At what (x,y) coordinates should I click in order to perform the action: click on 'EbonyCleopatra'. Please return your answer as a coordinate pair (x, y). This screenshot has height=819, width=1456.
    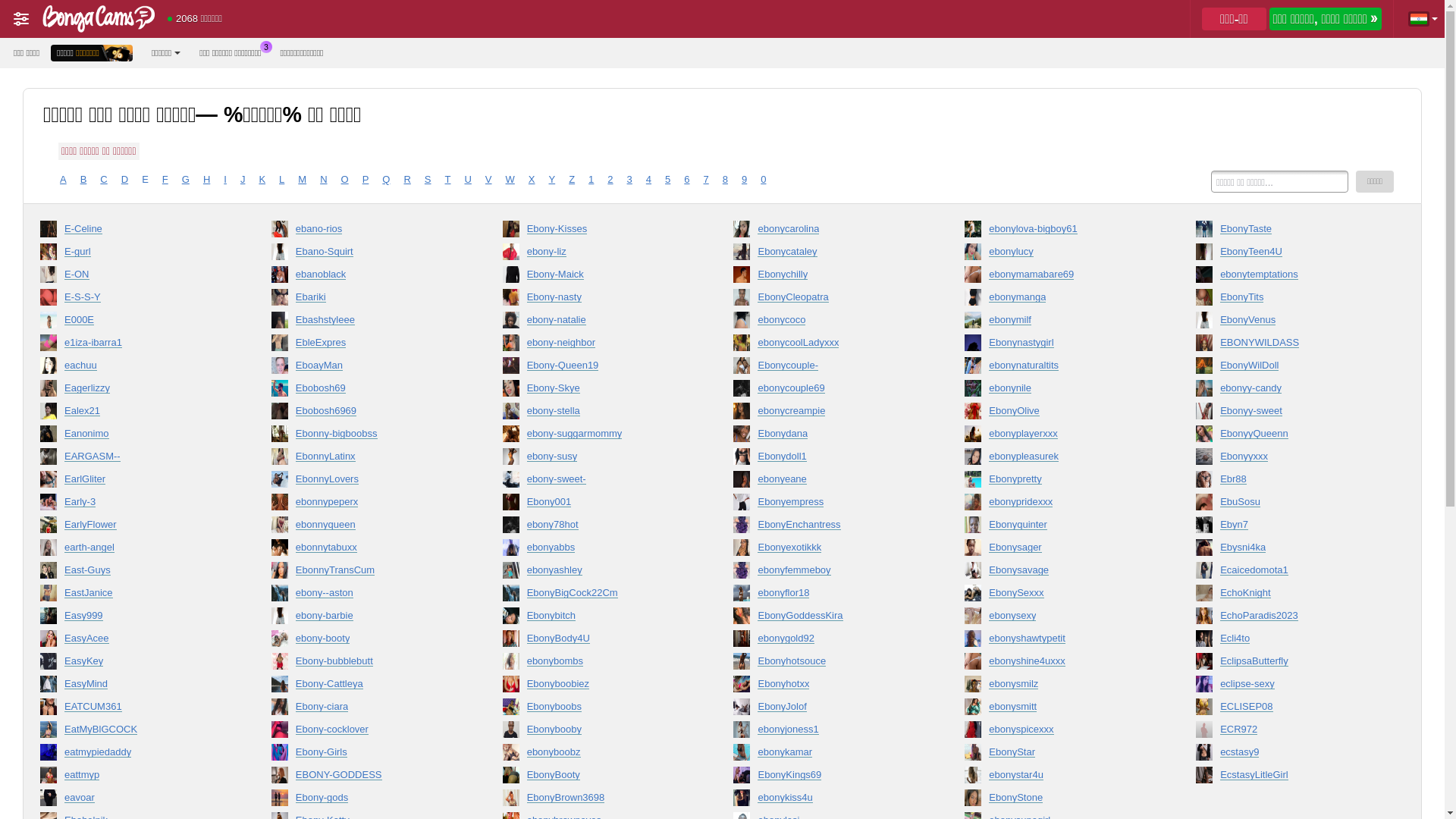
    Looking at the image, I should click on (826, 300).